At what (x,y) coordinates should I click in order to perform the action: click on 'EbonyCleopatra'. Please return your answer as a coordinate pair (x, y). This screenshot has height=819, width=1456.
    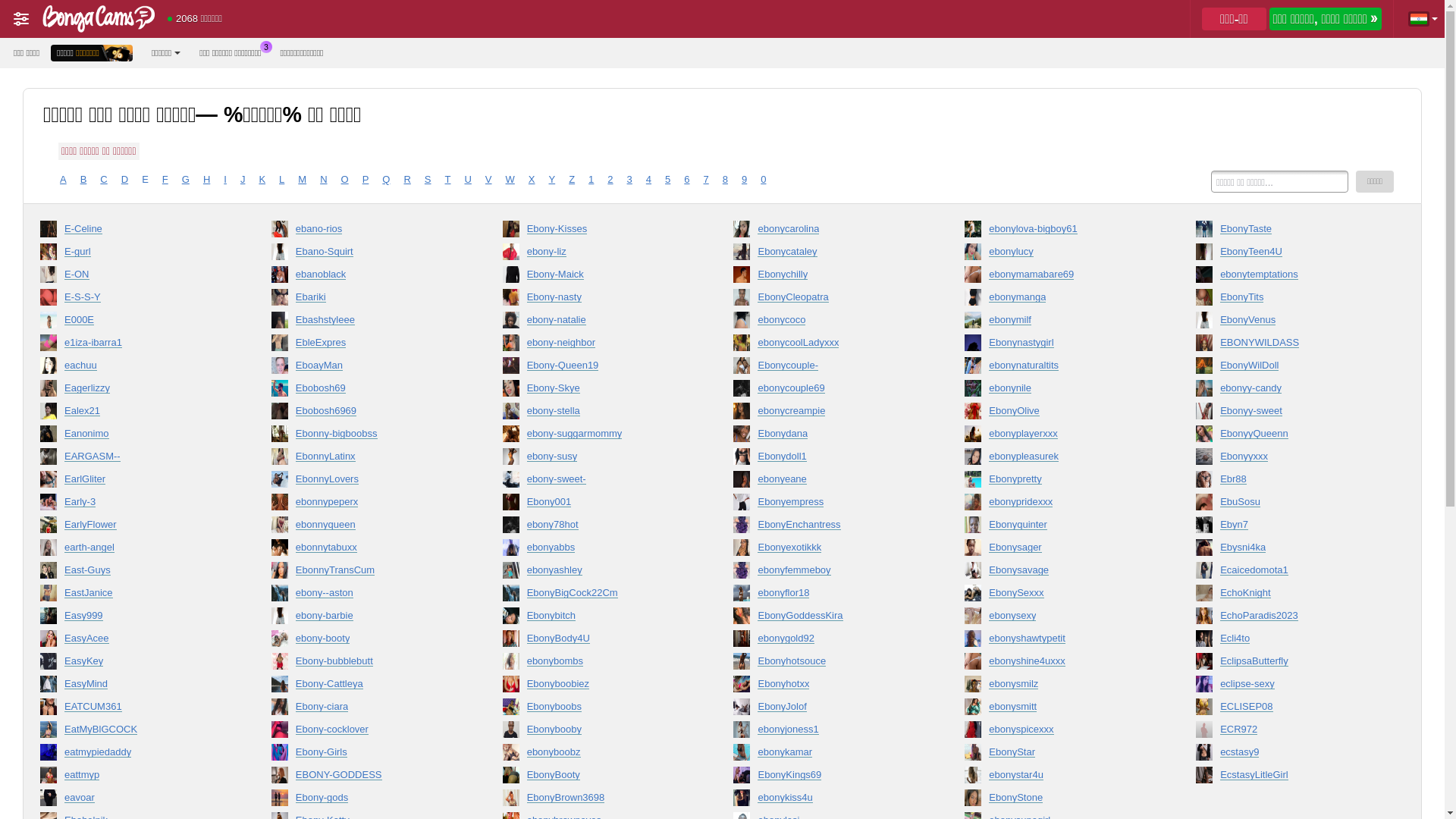
    Looking at the image, I should click on (826, 300).